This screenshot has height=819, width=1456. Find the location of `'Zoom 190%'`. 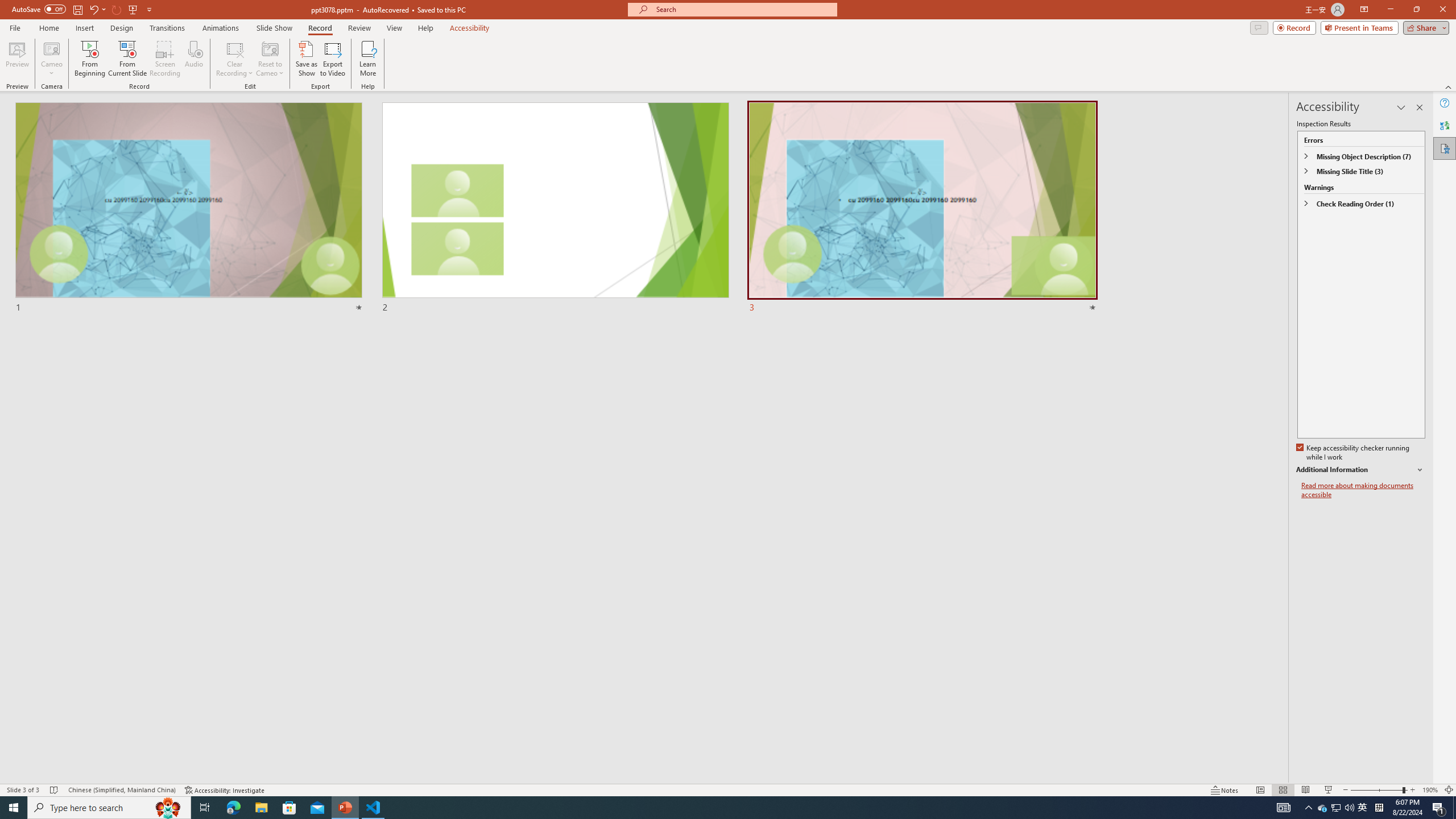

'Zoom 190%' is located at coordinates (1430, 790).